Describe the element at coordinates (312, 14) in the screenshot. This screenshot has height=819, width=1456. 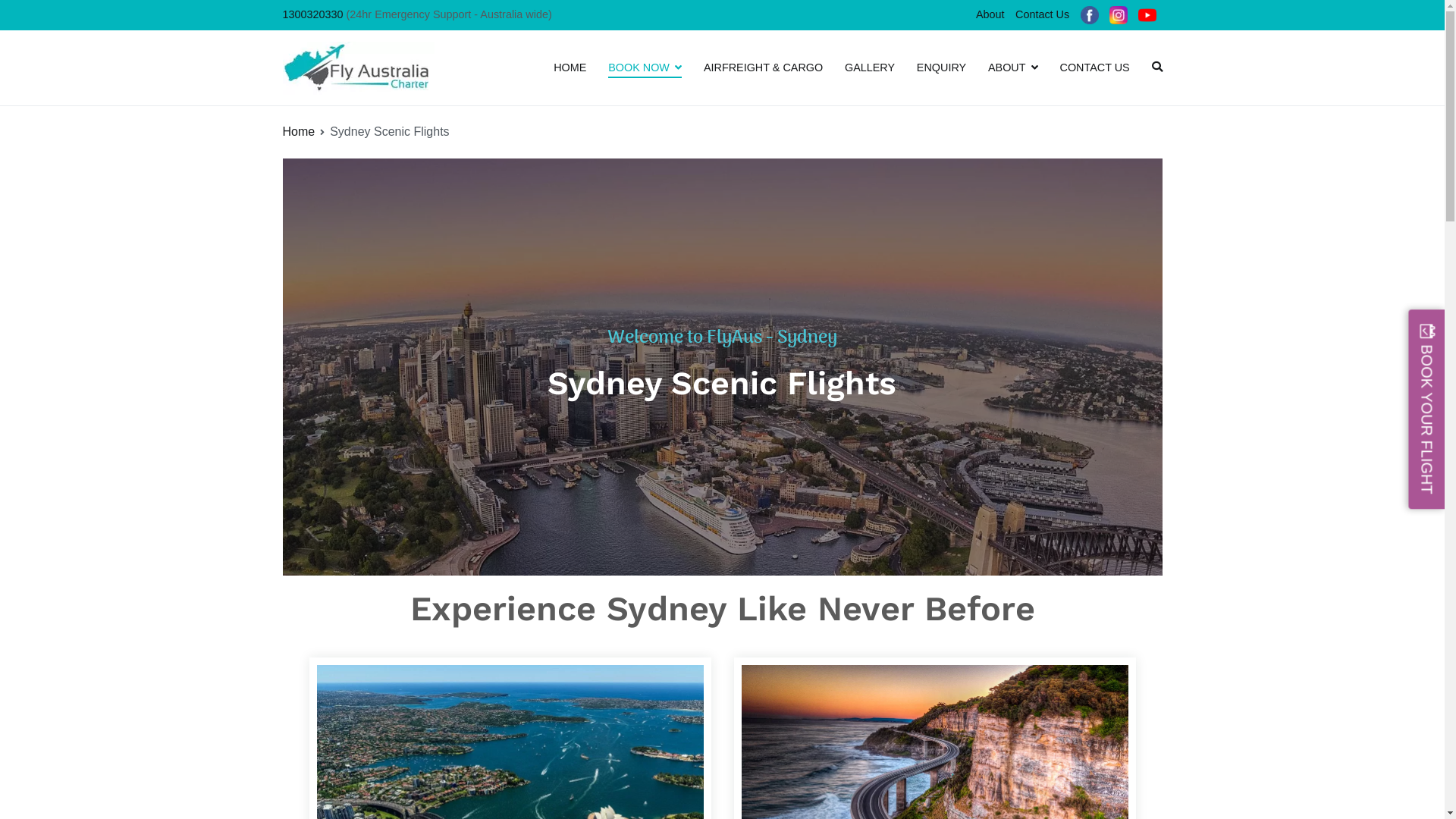
I see `'1300320330'` at that location.